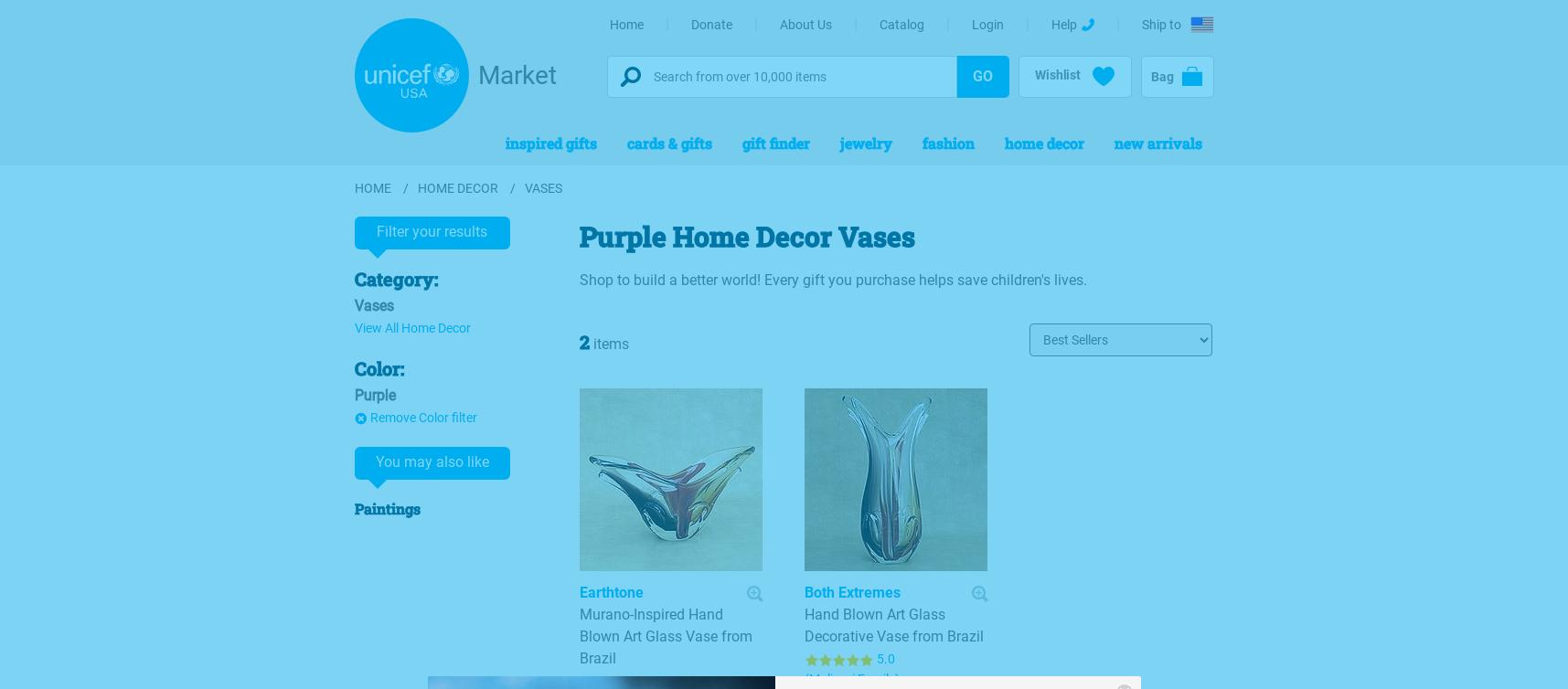  I want to click on 'items', so click(608, 343).